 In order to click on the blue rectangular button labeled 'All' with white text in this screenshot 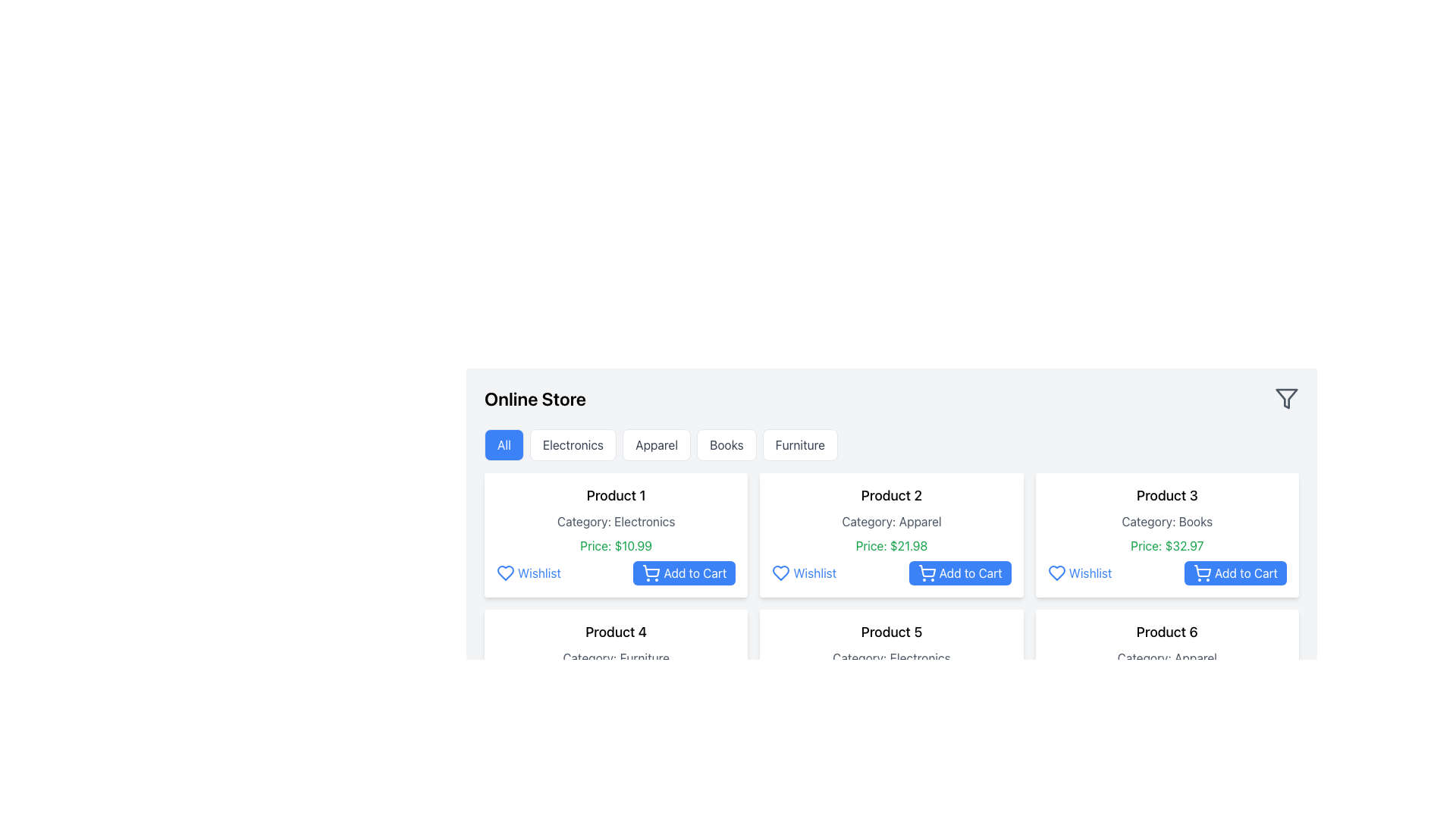, I will do `click(504, 444)`.